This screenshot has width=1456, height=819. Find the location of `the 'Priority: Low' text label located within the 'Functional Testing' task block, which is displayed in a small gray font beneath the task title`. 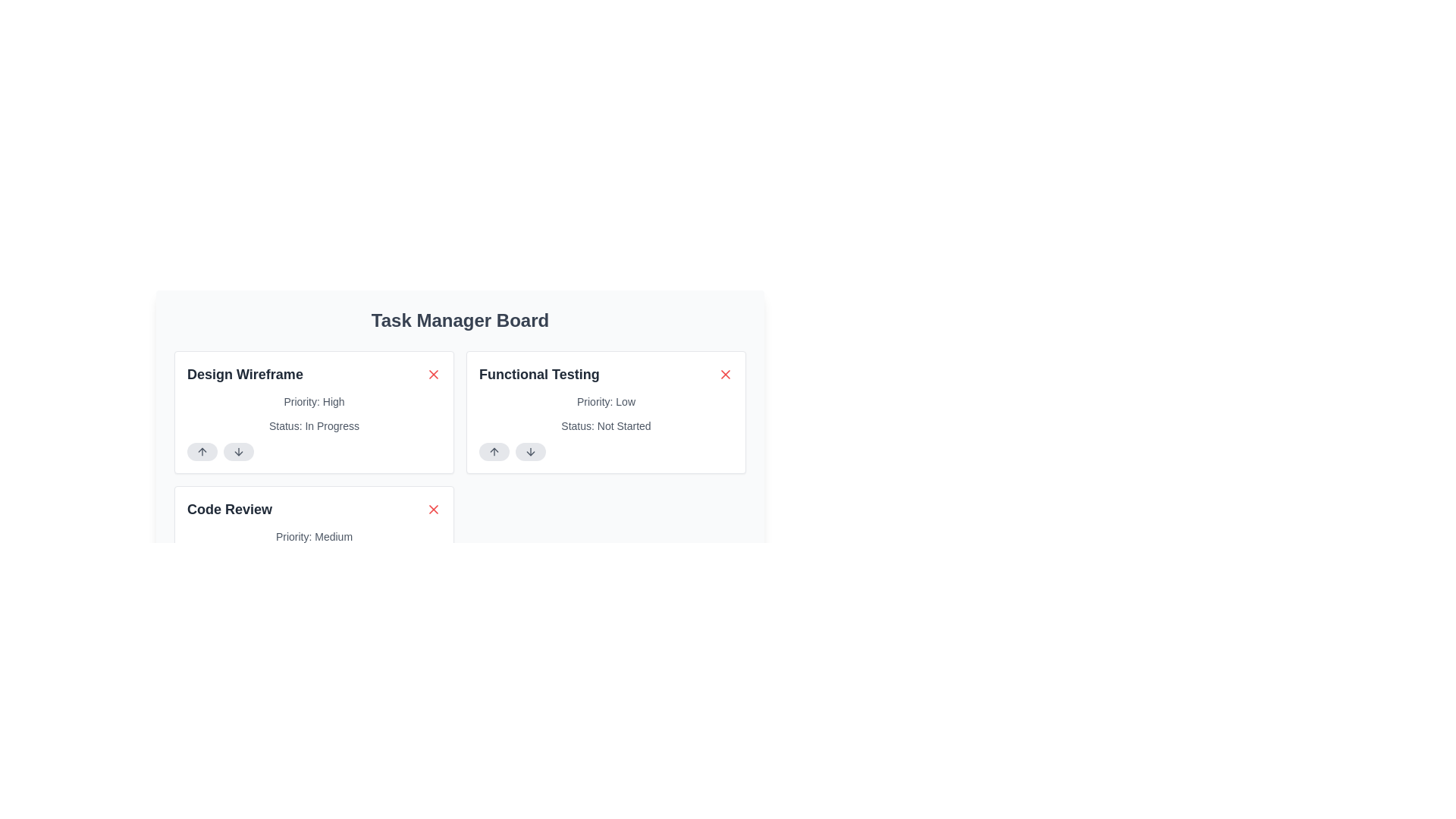

the 'Priority: Low' text label located within the 'Functional Testing' task block, which is displayed in a small gray font beneath the task title is located at coordinates (605, 400).